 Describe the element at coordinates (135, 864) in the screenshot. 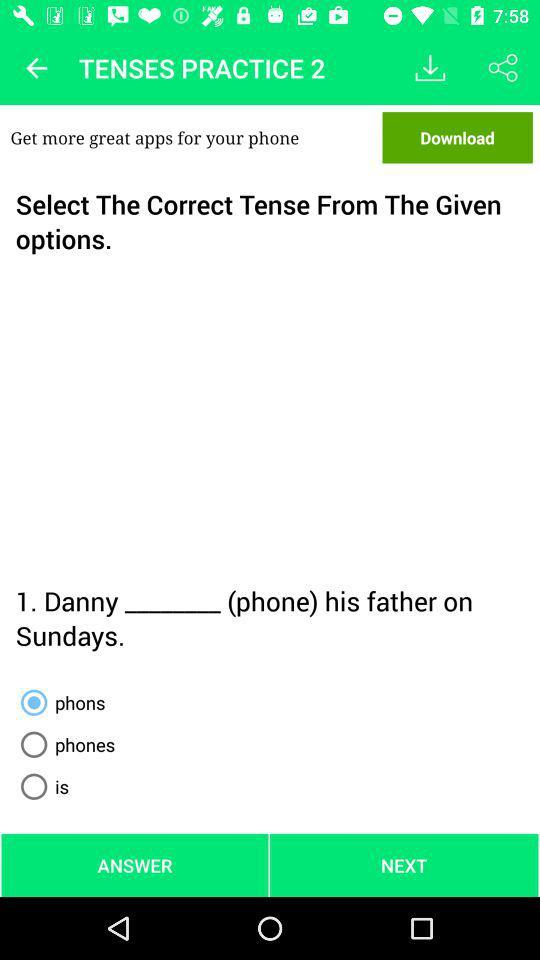

I see `the icon to the left of the next item` at that location.